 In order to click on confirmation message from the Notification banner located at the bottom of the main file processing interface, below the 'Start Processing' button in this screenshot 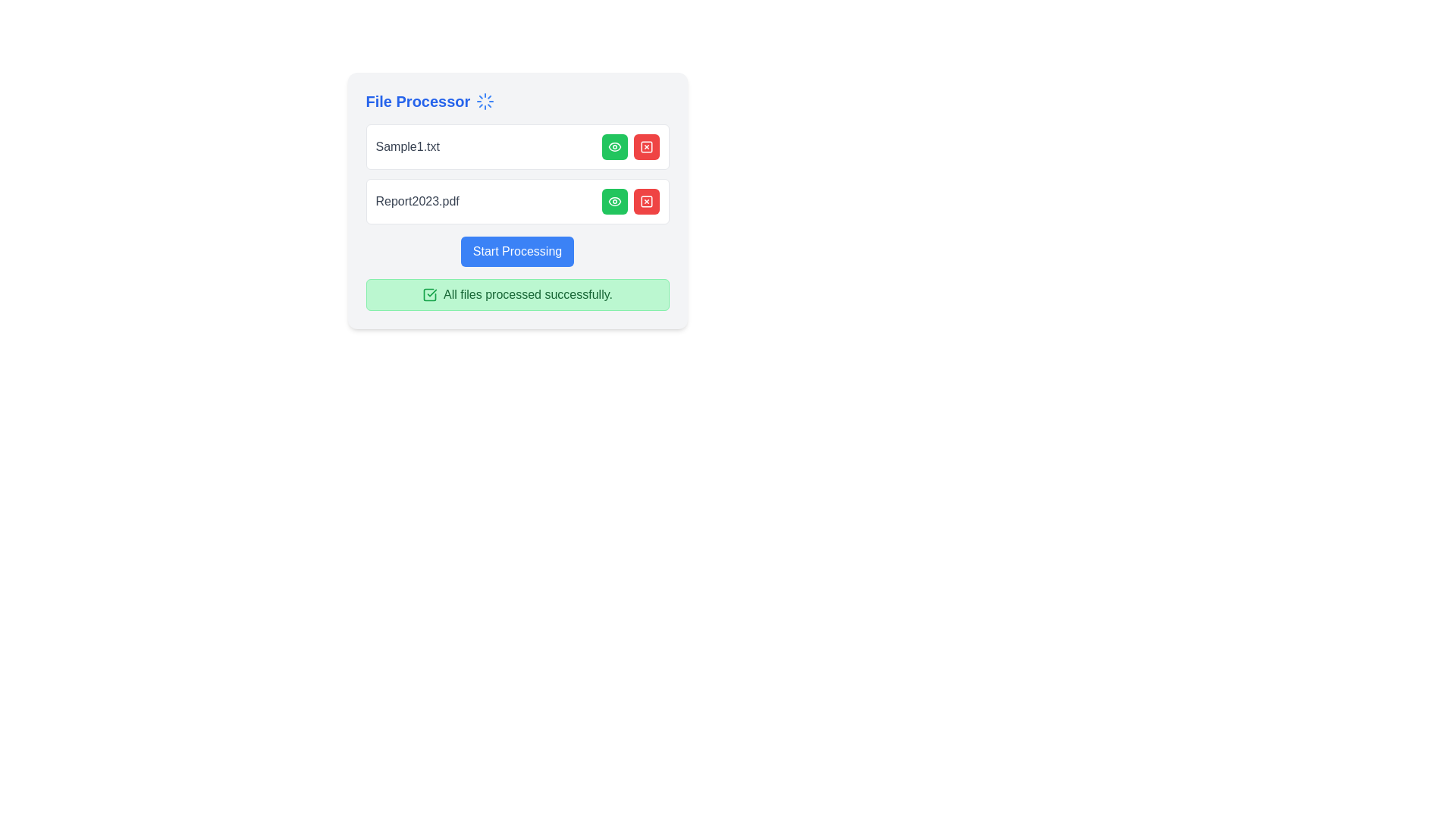, I will do `click(517, 295)`.